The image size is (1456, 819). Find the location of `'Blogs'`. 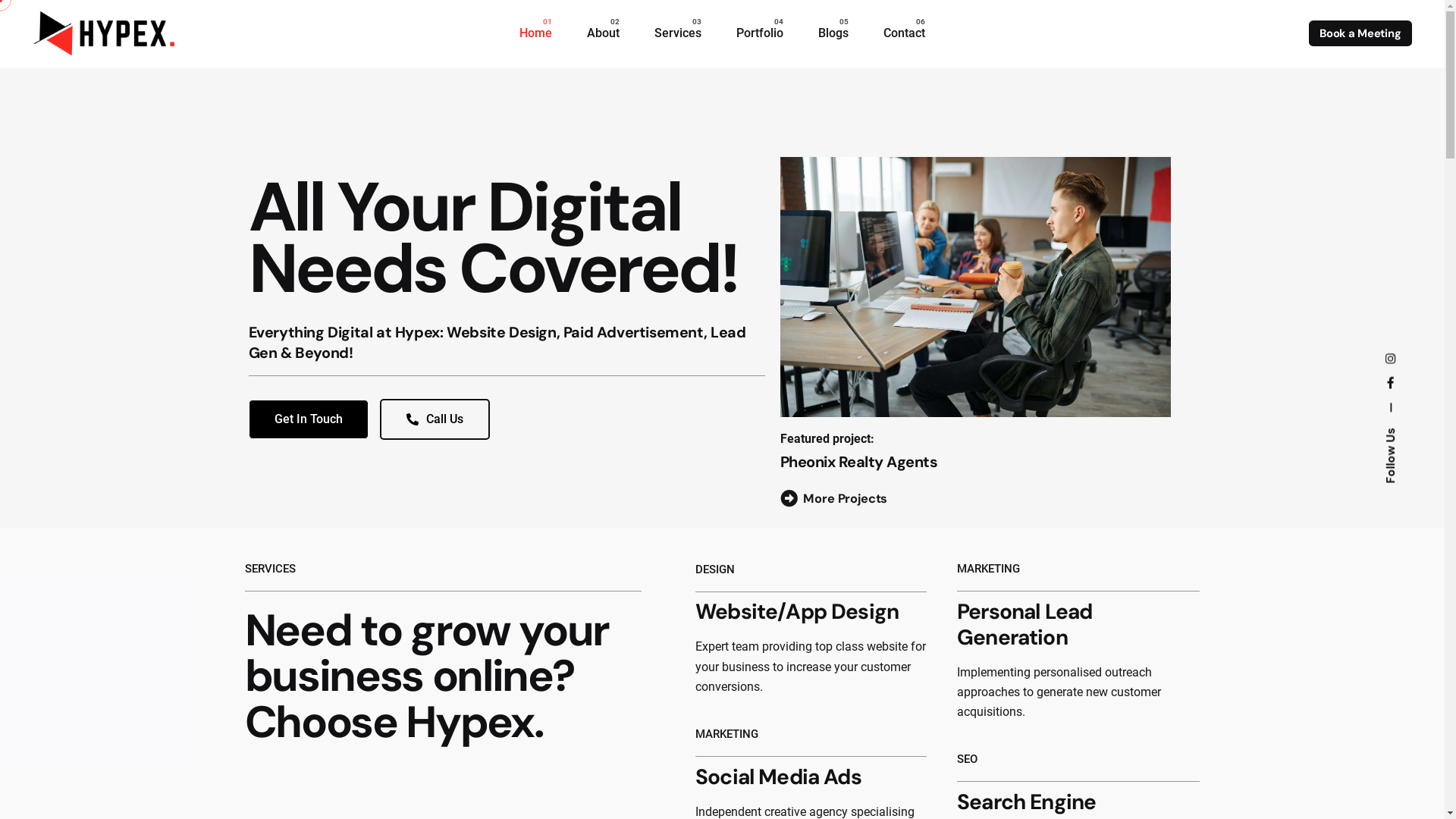

'Blogs' is located at coordinates (833, 33).